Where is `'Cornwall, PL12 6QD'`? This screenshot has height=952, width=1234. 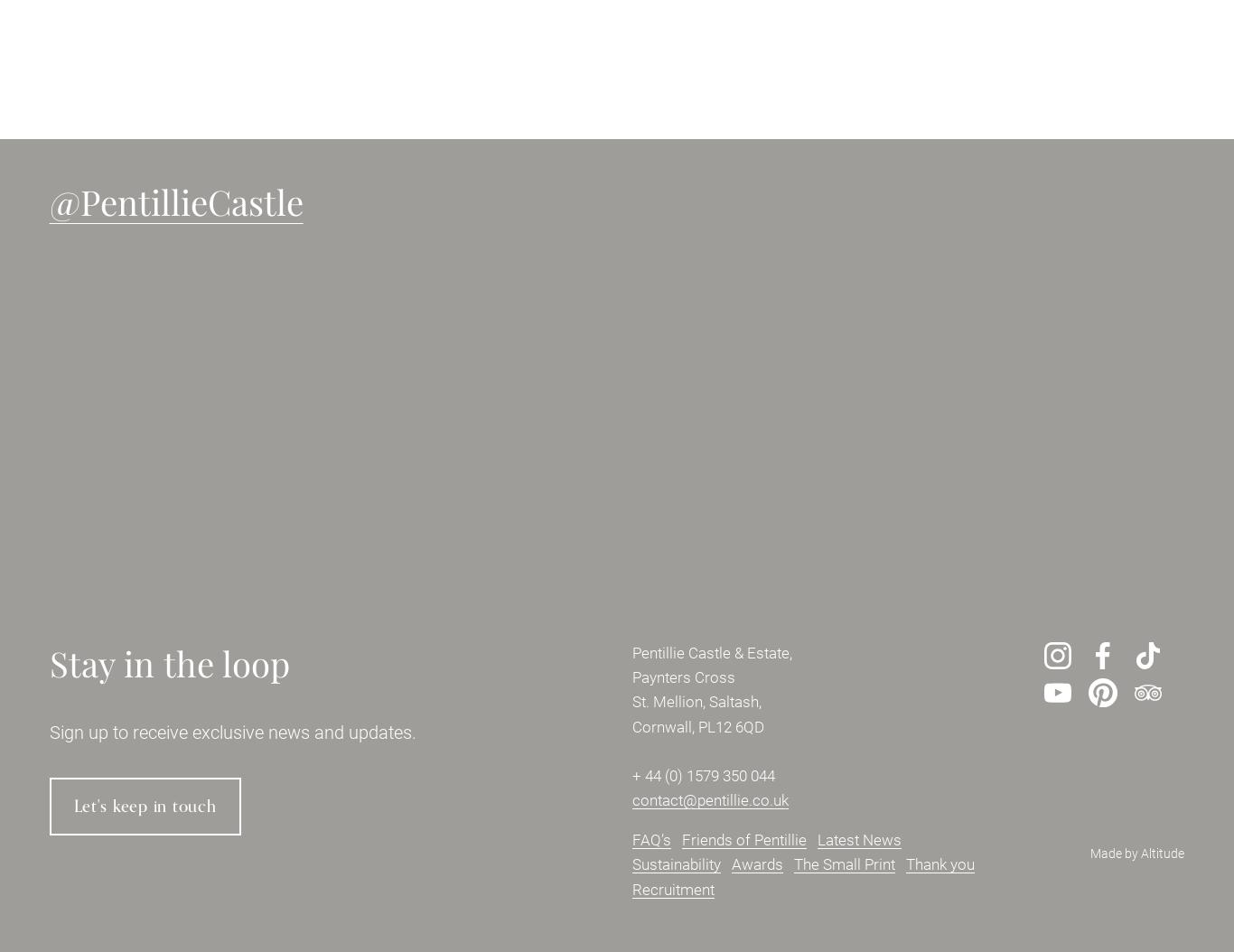
'Cornwall, PL12 6QD' is located at coordinates (698, 724).